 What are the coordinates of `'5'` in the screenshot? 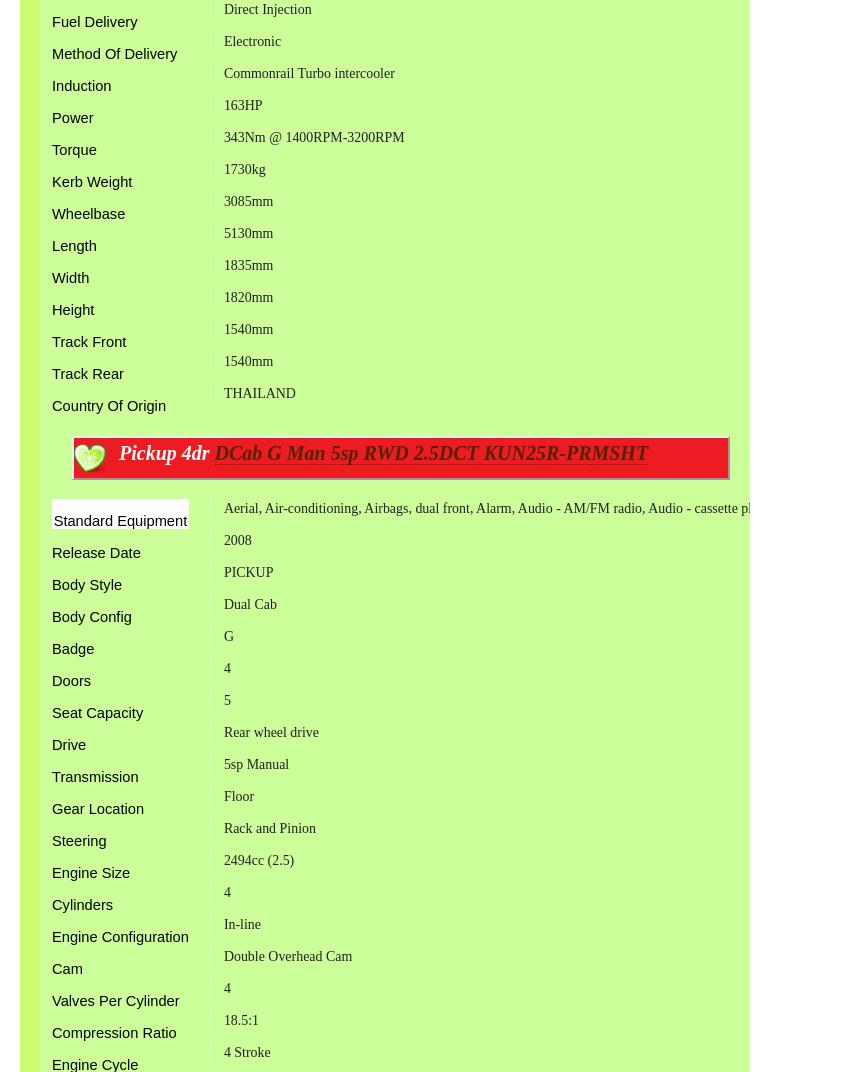 It's located at (225, 698).